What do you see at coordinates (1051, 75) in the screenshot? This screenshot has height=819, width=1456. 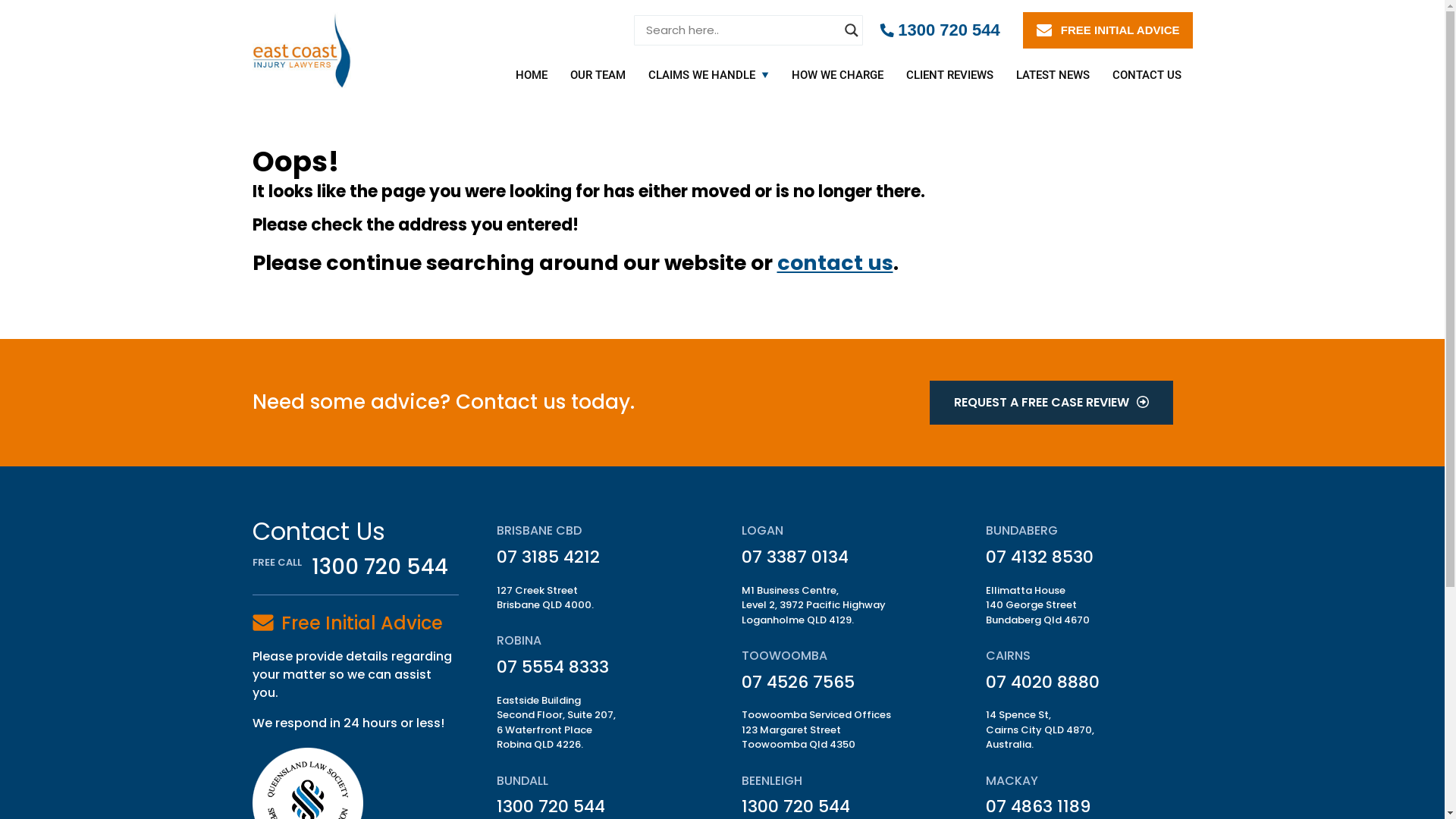 I see `'LATEST NEWS'` at bounding box center [1051, 75].